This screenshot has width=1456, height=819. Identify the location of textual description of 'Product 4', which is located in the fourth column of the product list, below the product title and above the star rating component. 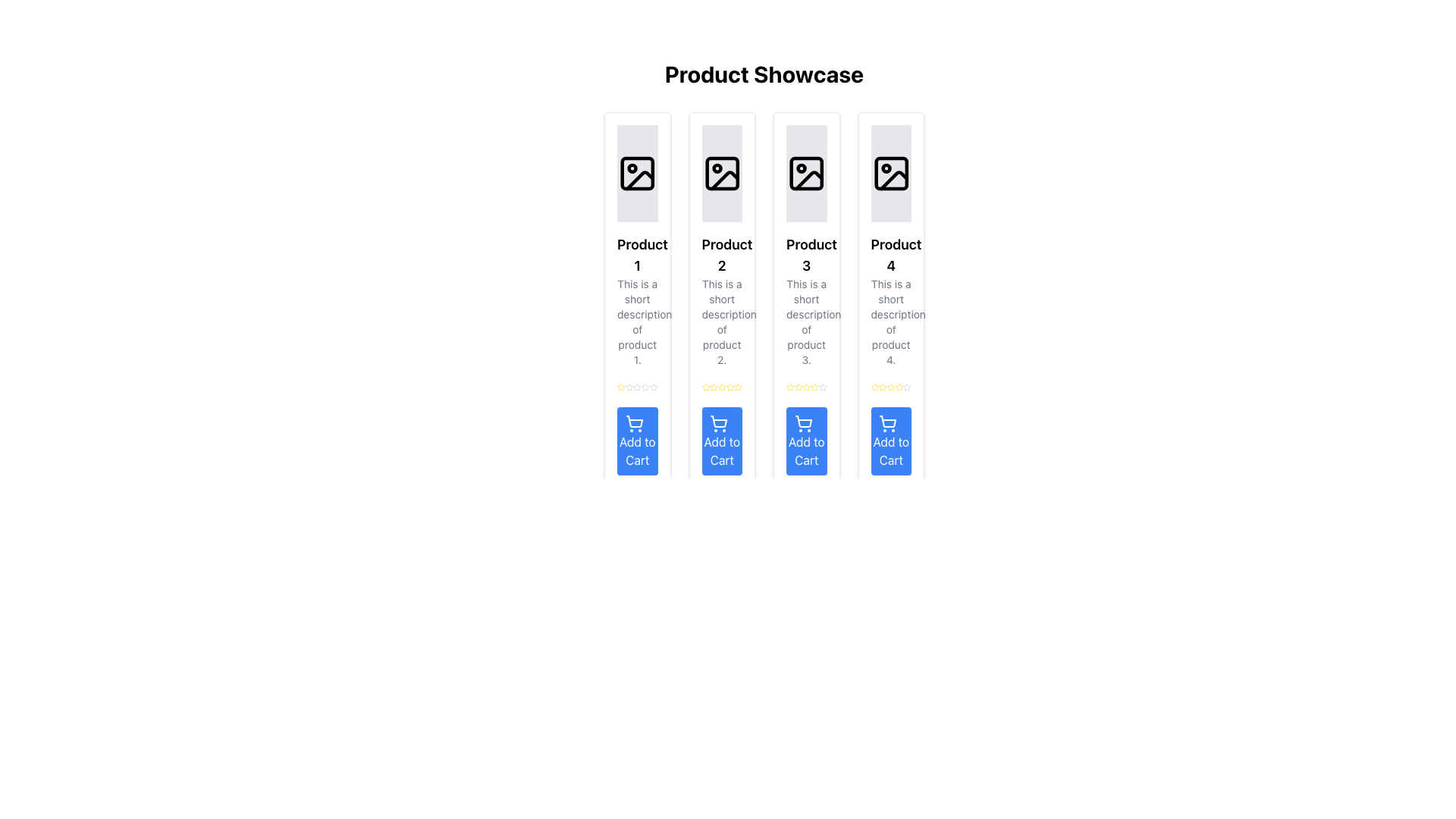
(891, 321).